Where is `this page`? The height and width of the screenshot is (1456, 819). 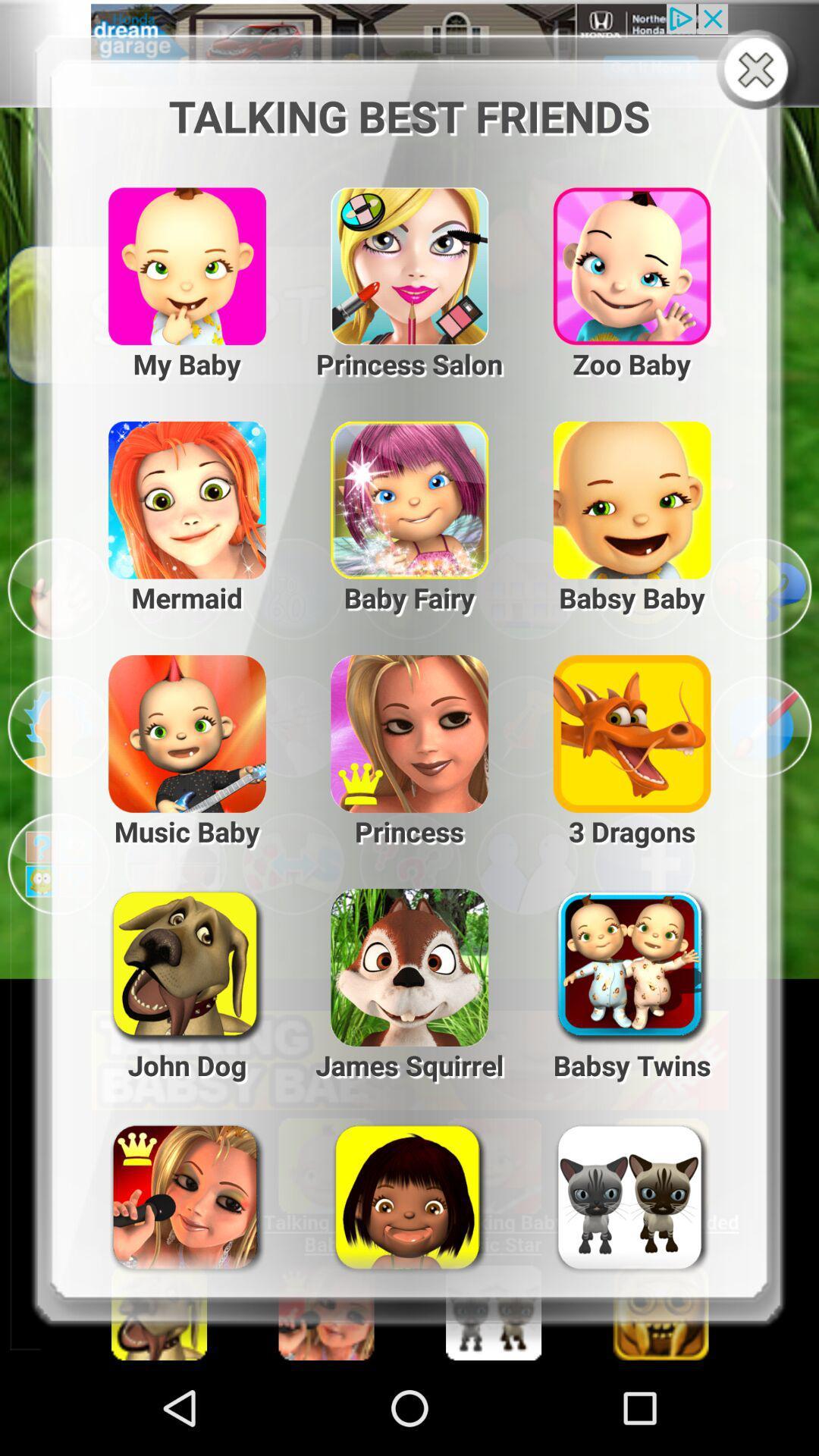 this page is located at coordinates (759, 71).